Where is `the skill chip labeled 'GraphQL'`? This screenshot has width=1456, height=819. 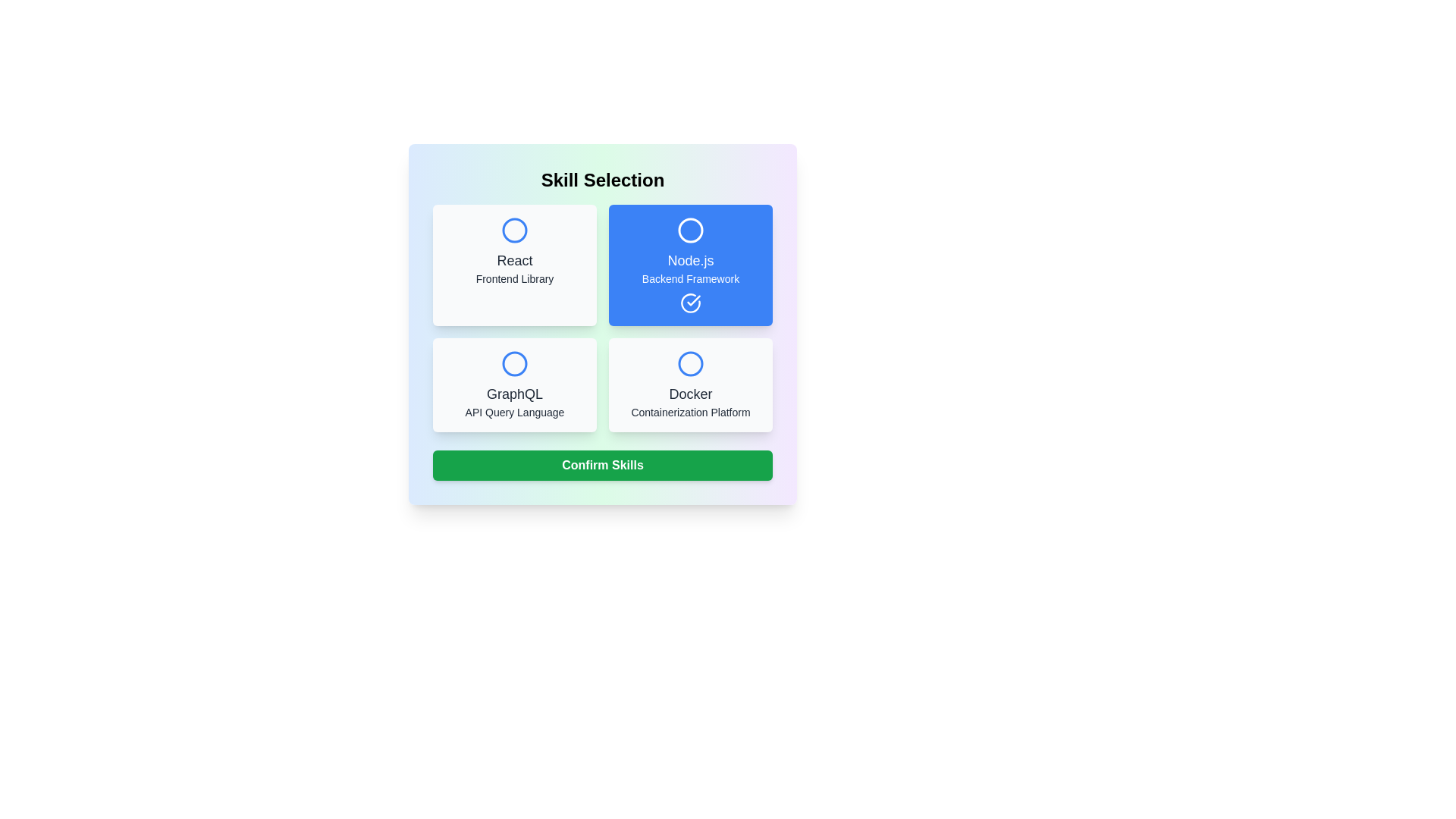 the skill chip labeled 'GraphQL' is located at coordinates (514, 384).